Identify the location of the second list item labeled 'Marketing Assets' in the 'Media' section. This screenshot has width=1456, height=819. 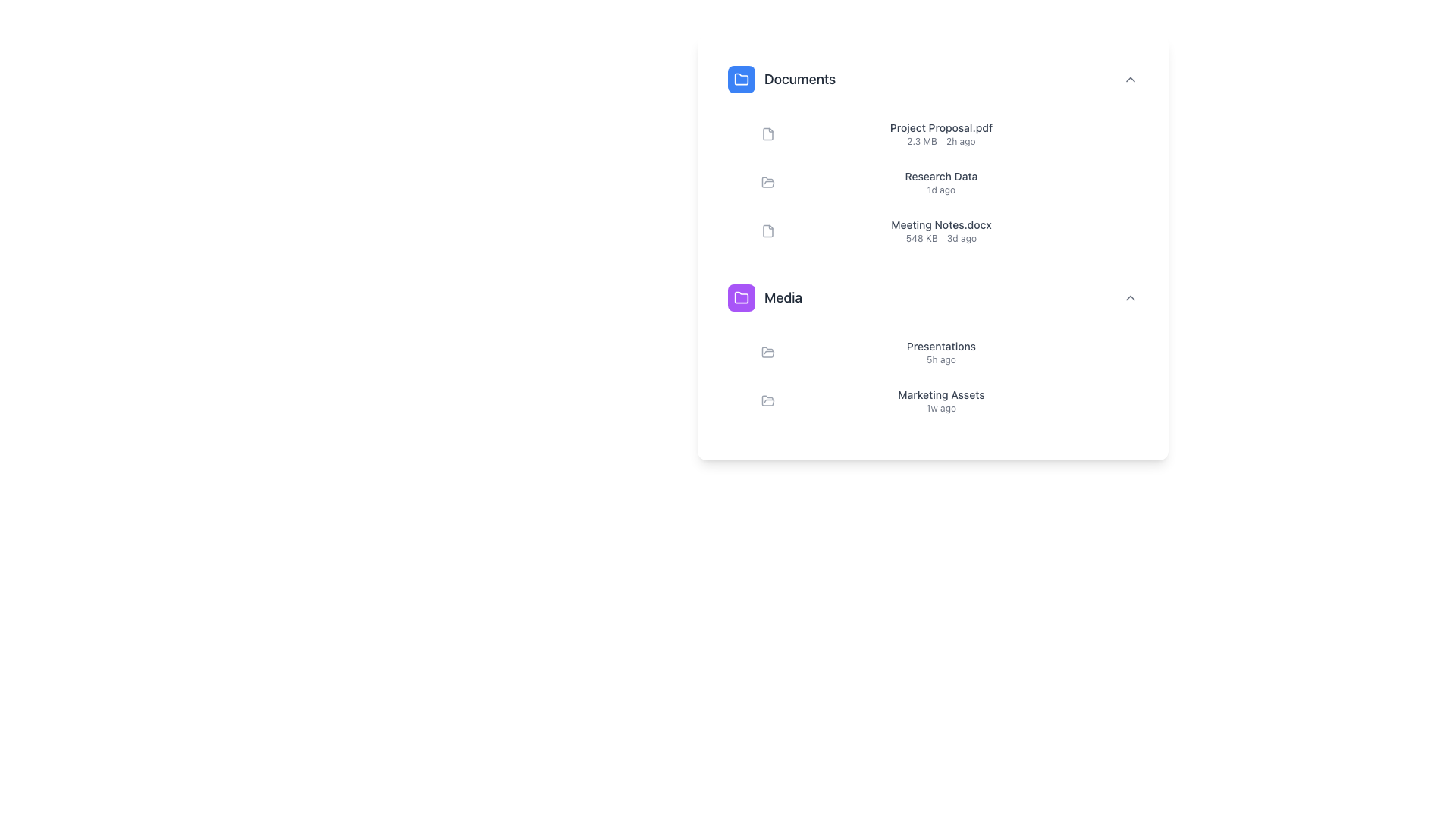
(950, 400).